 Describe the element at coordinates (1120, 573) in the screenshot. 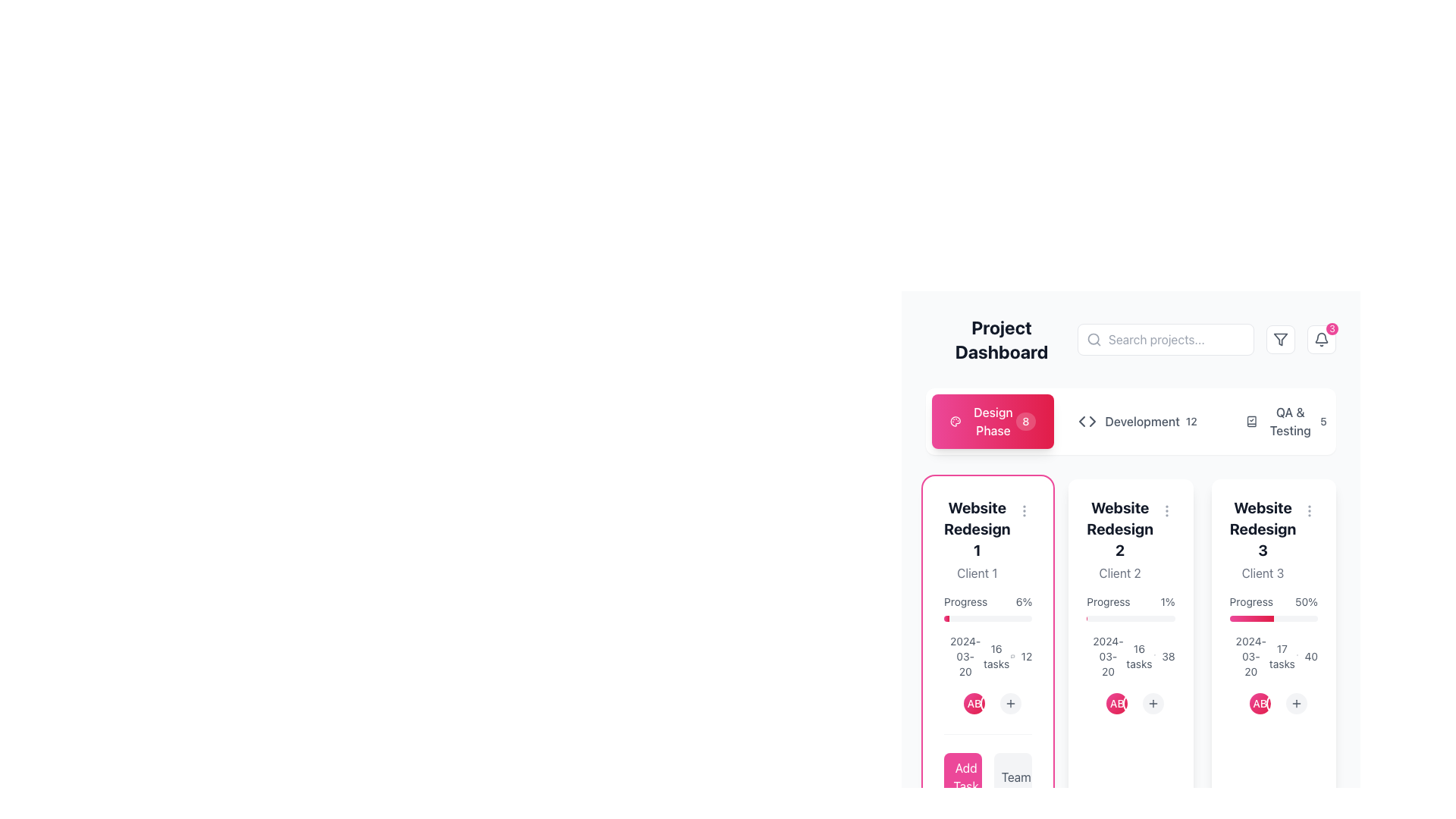

I see `the static text label displaying the client's name, located within the second project card below 'Website Redesign 2' and above the progress section` at that location.